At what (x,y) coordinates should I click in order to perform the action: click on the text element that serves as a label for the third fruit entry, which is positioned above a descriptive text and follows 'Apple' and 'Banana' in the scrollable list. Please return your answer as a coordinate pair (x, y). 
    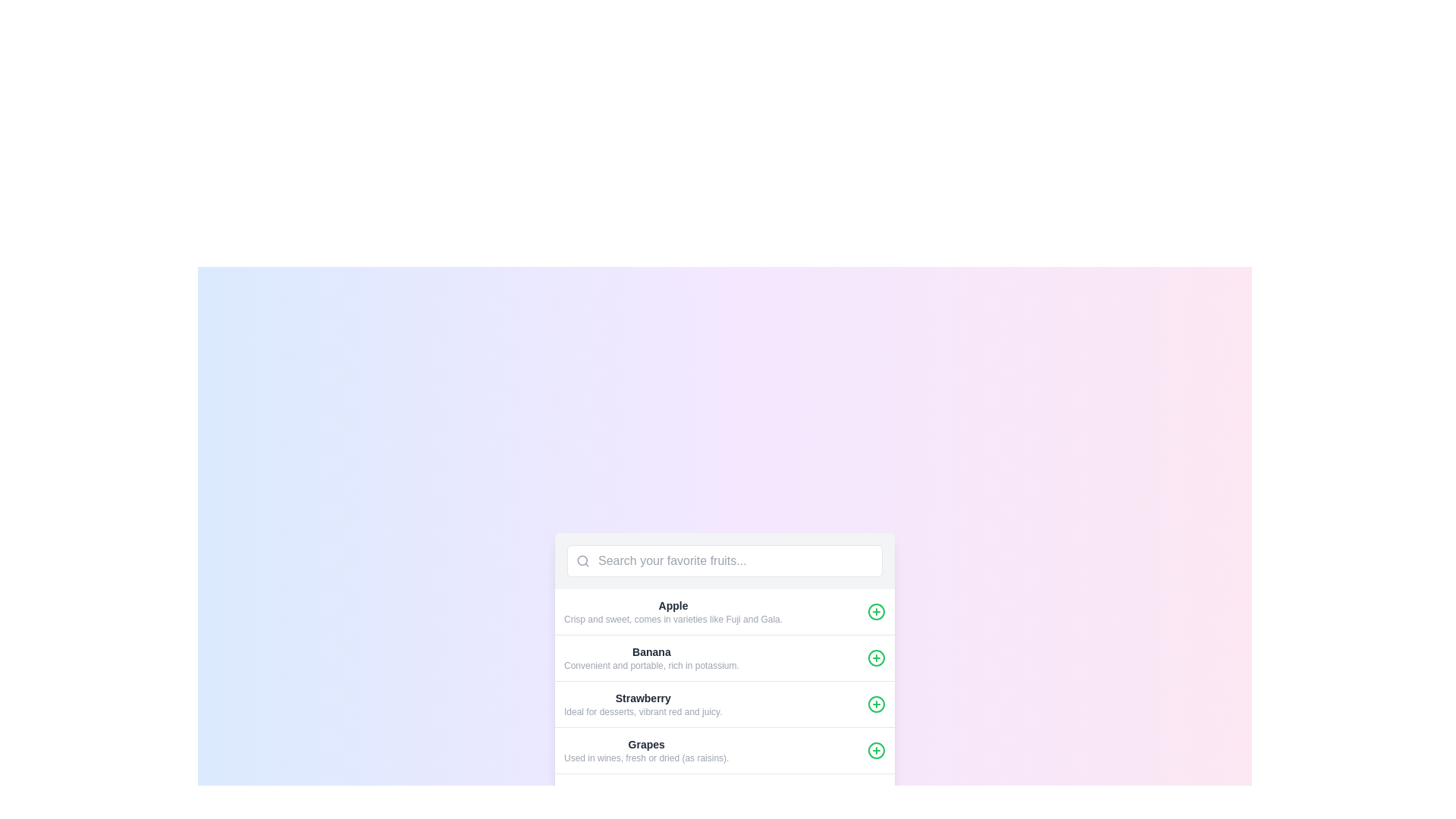
    Looking at the image, I should click on (643, 698).